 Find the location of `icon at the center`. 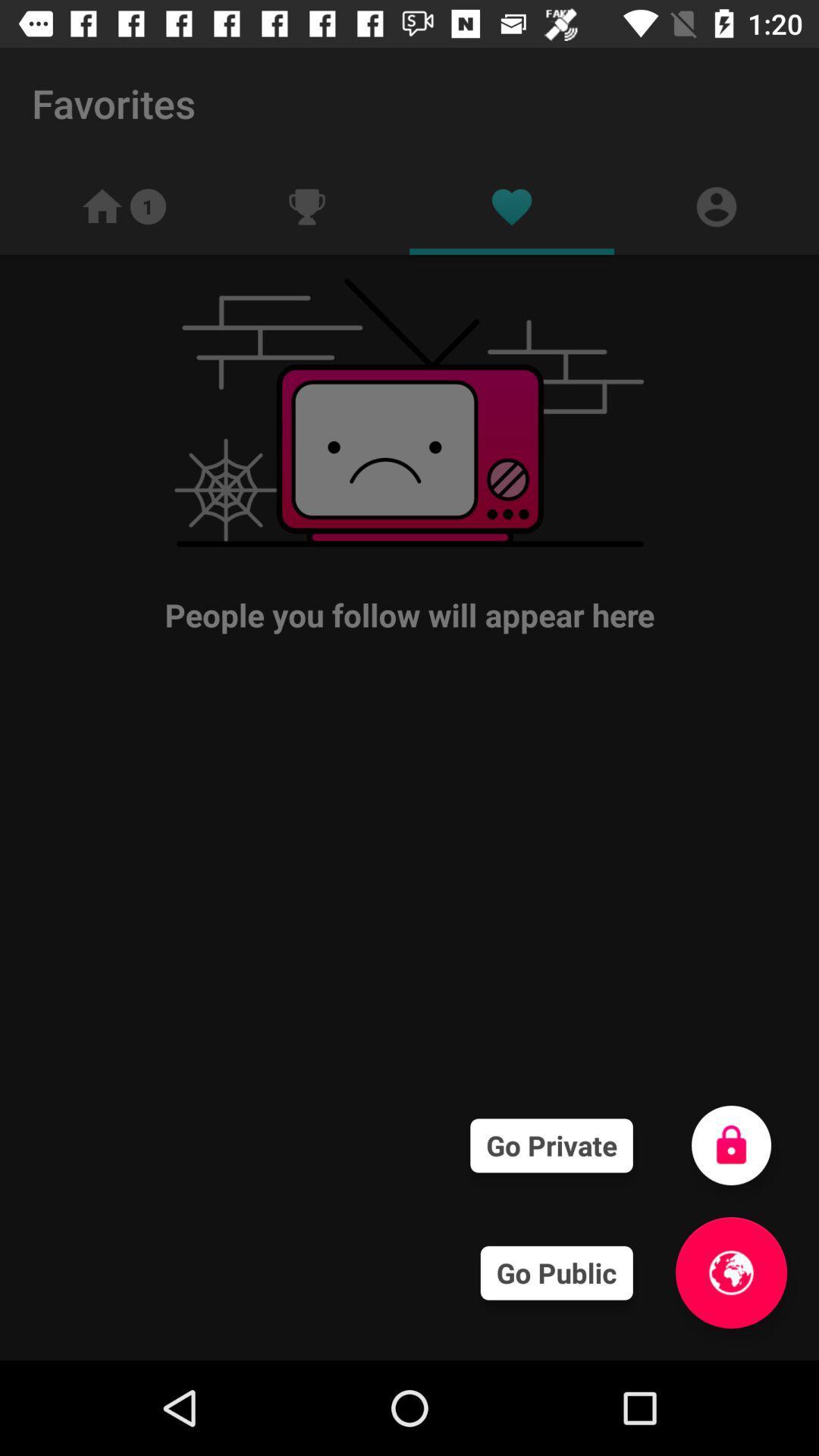

icon at the center is located at coordinates (409, 703).